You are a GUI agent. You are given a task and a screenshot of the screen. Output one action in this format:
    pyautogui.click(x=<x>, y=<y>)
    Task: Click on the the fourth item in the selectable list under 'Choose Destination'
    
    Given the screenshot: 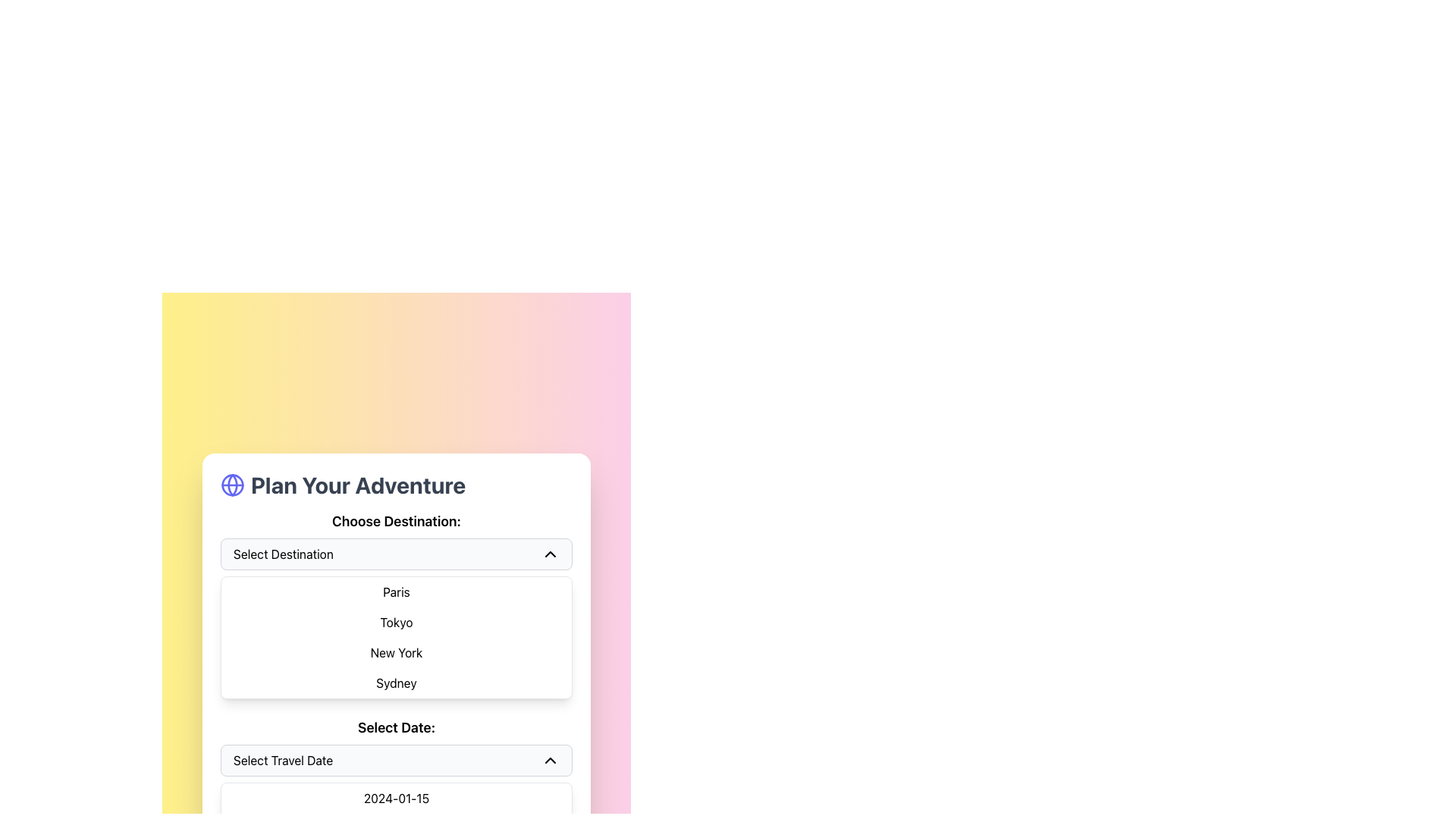 What is the action you would take?
    pyautogui.click(x=397, y=683)
    